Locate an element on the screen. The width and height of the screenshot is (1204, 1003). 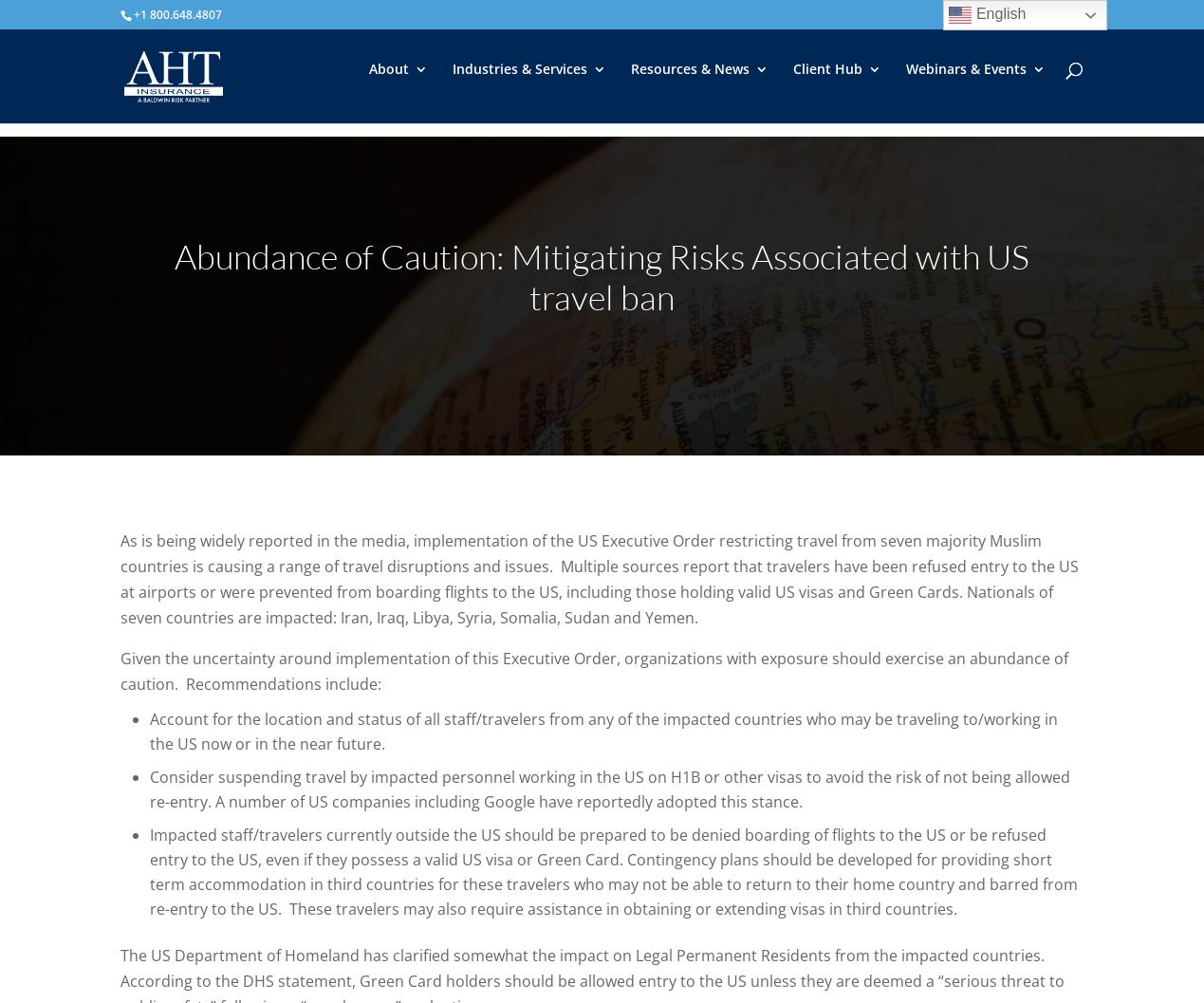
'Impacted staff/travelers currently outside the US should be prepared to be denied boarding of flights to the US or be refused entry to the US, even if they possess a valid US visa or Green Card. Contingency plans should be developed for providing short term accommodation in third countries for these travelers who may not be able to return to their home country and barred from re-entry to the US.  These travelers may also require assistance in obtaining or extending visas in third countries.' is located at coordinates (147, 871).